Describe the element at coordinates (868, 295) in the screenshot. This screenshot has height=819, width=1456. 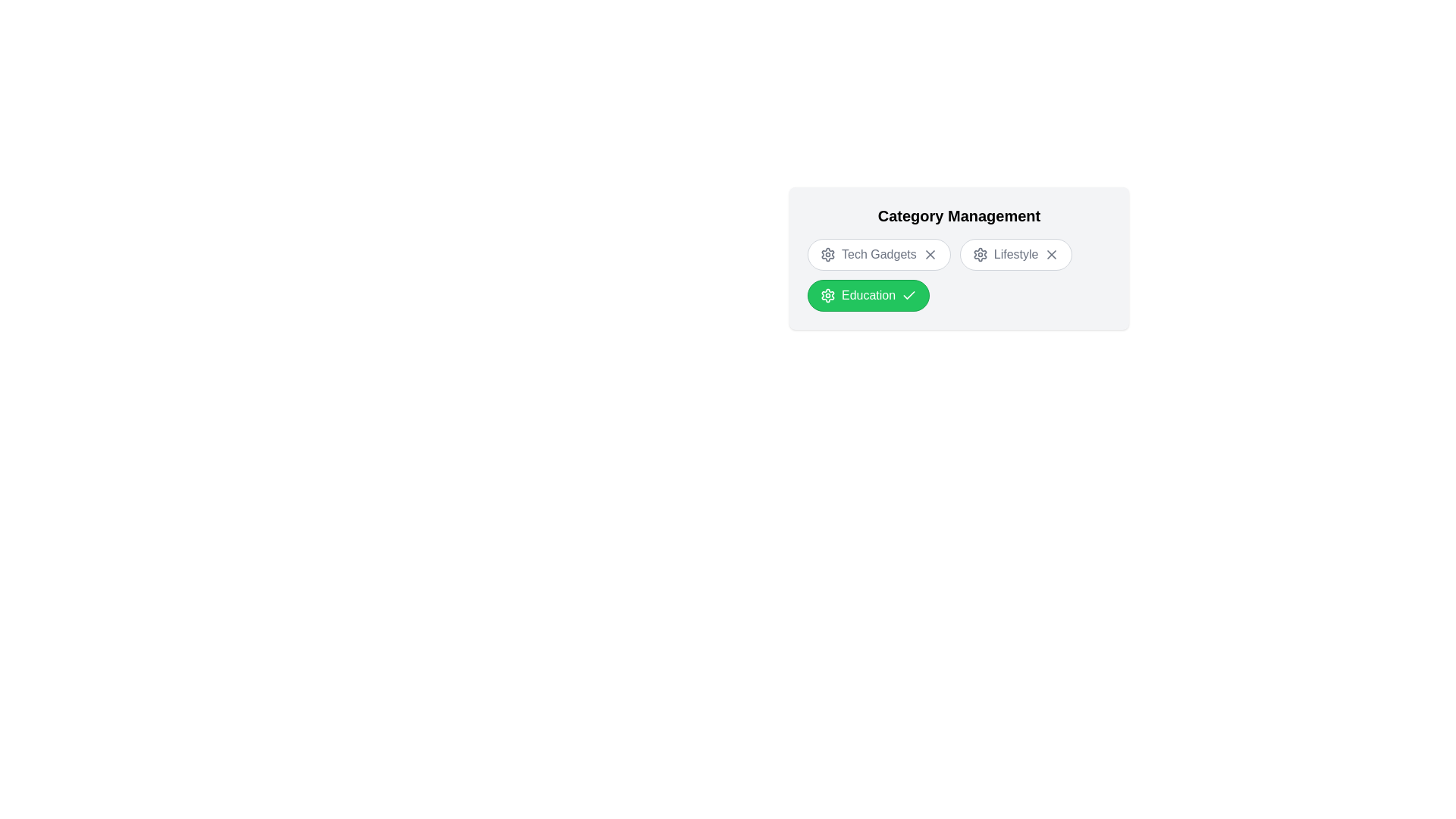
I see `the 'Education' chip to toggle its state` at that location.